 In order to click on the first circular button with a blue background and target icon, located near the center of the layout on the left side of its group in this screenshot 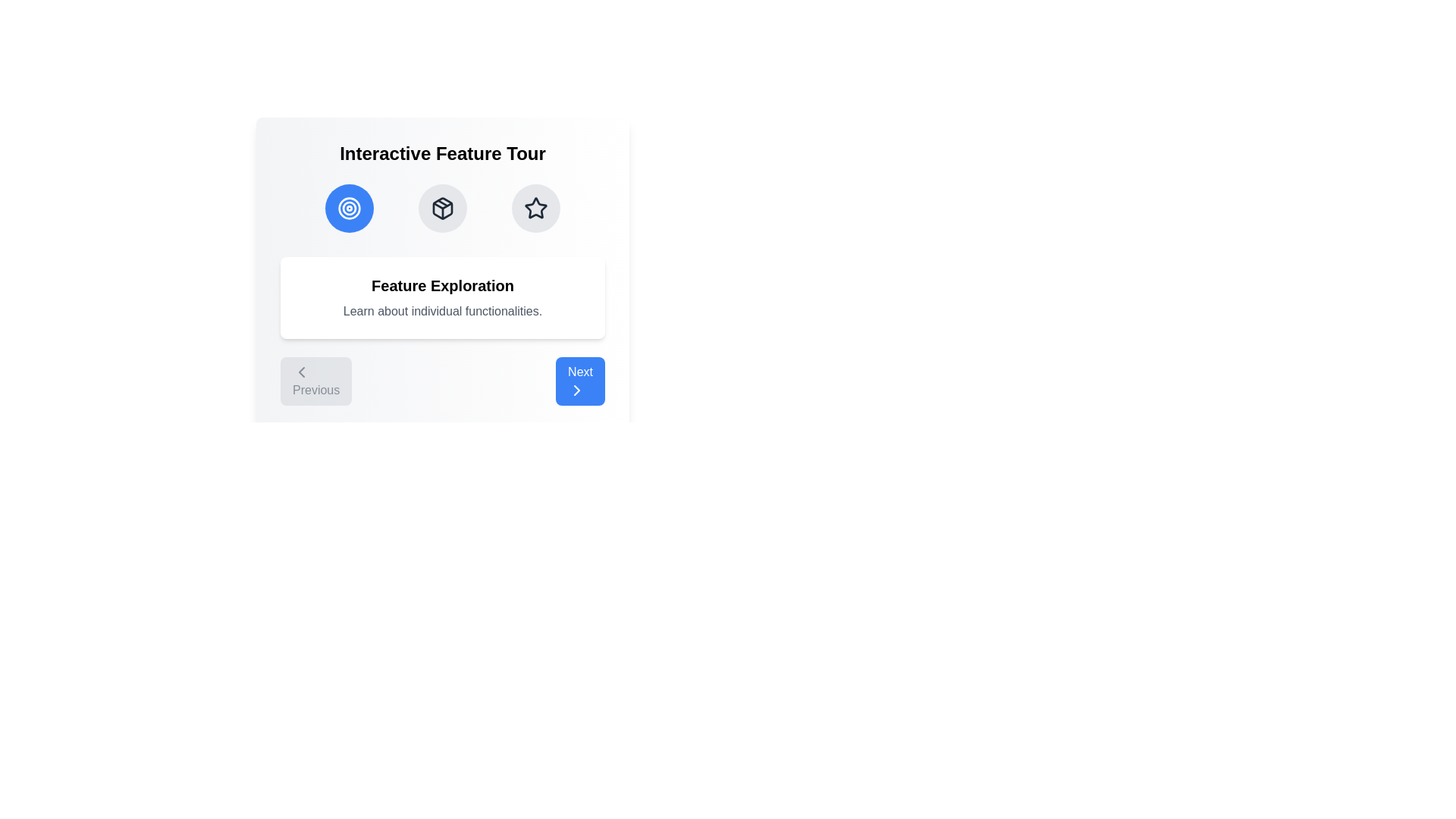, I will do `click(348, 208)`.